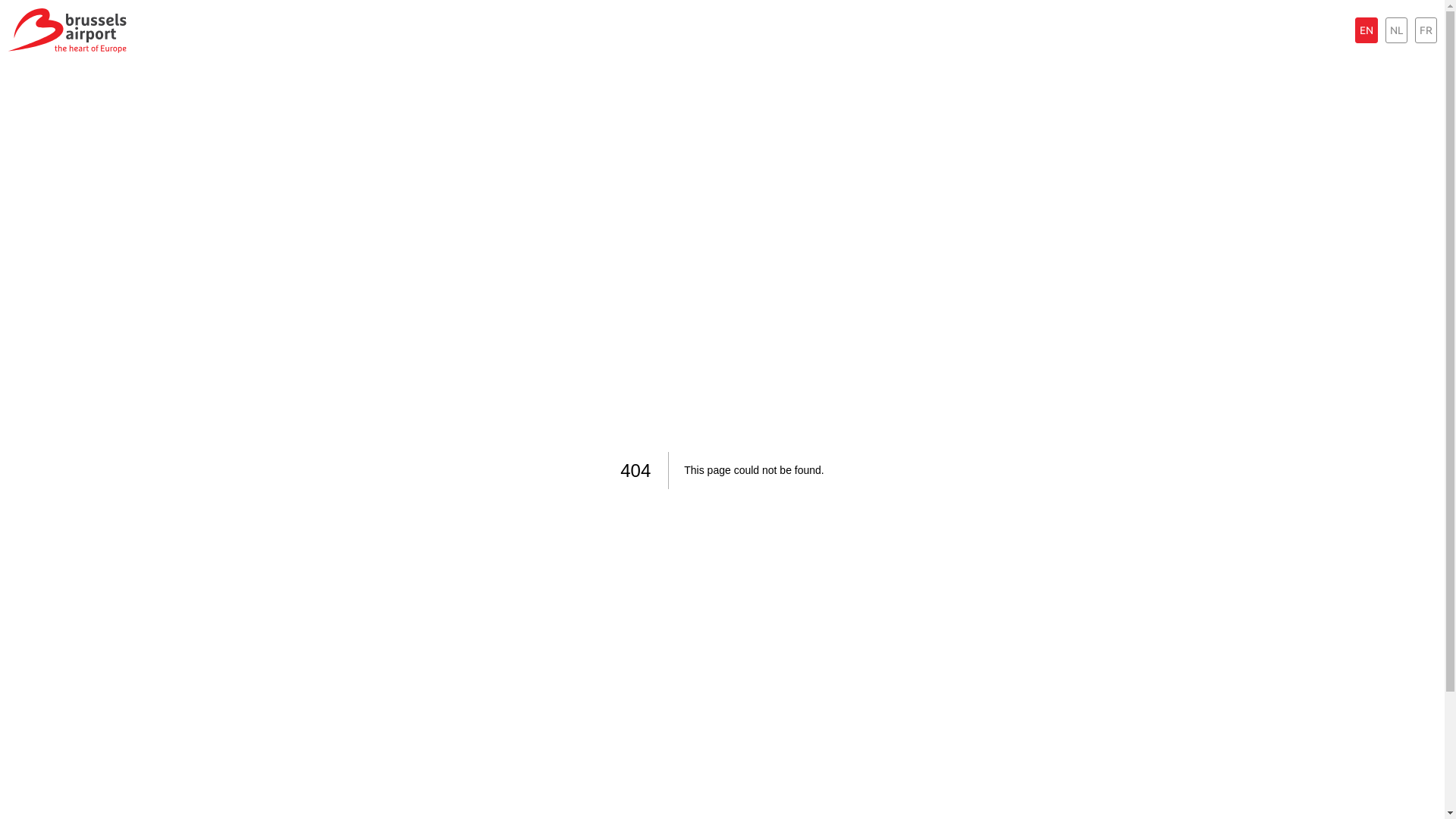 The image size is (1456, 819). What do you see at coordinates (1385, 30) in the screenshot?
I see `'NL'` at bounding box center [1385, 30].